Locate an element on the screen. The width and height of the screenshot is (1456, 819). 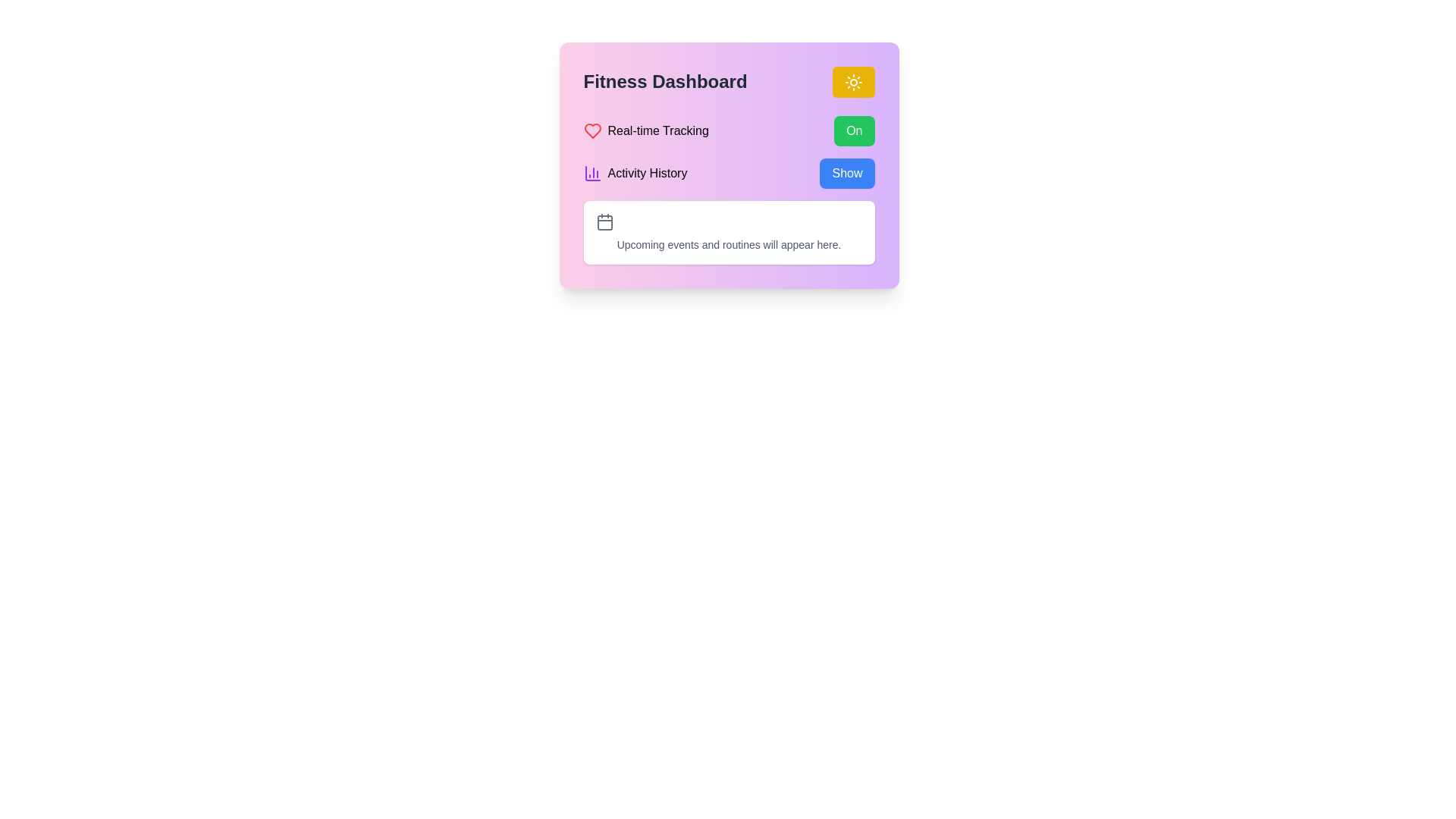
the 'Show' button is located at coordinates (846, 172).